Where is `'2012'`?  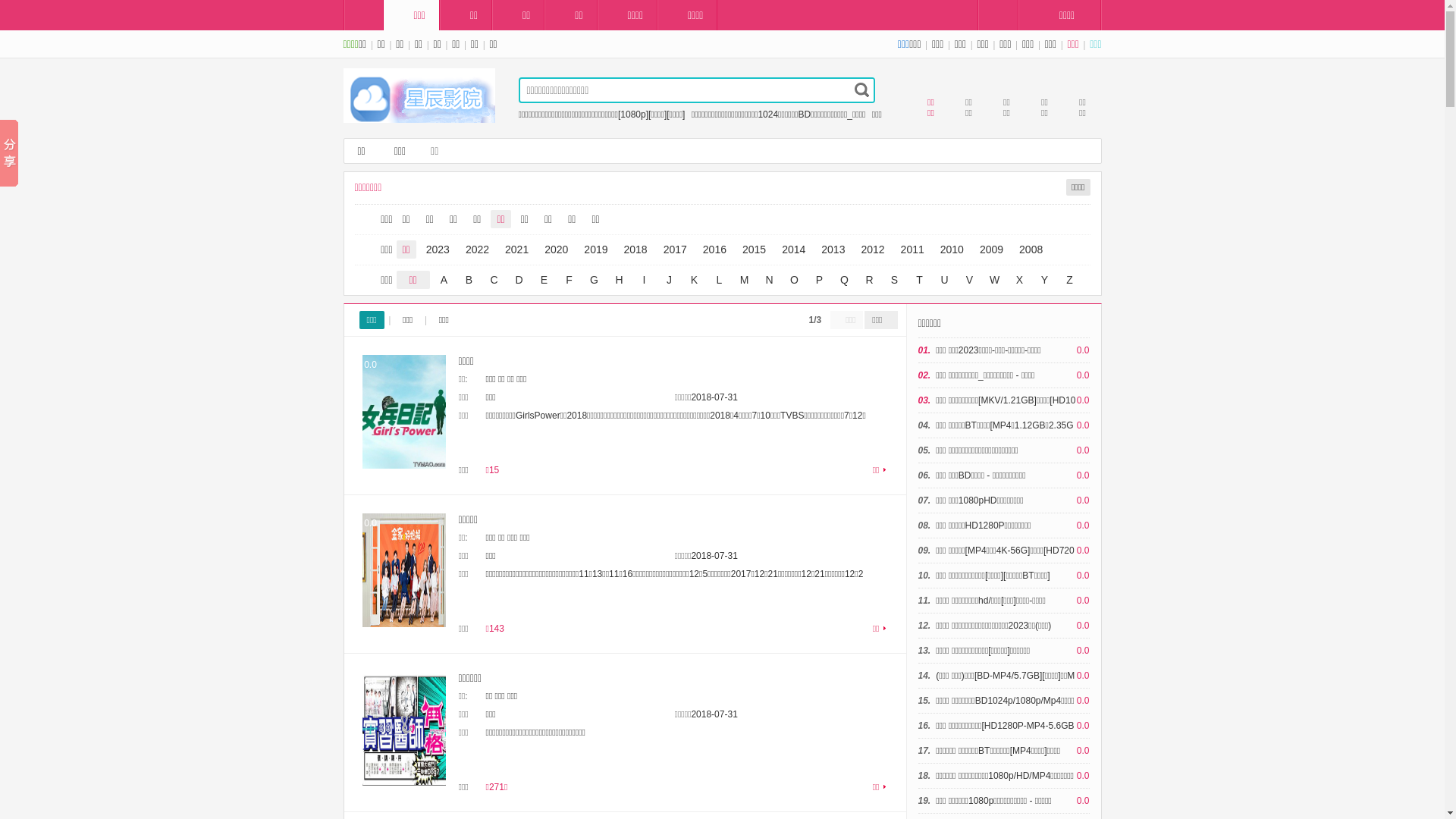 '2012' is located at coordinates (872, 248).